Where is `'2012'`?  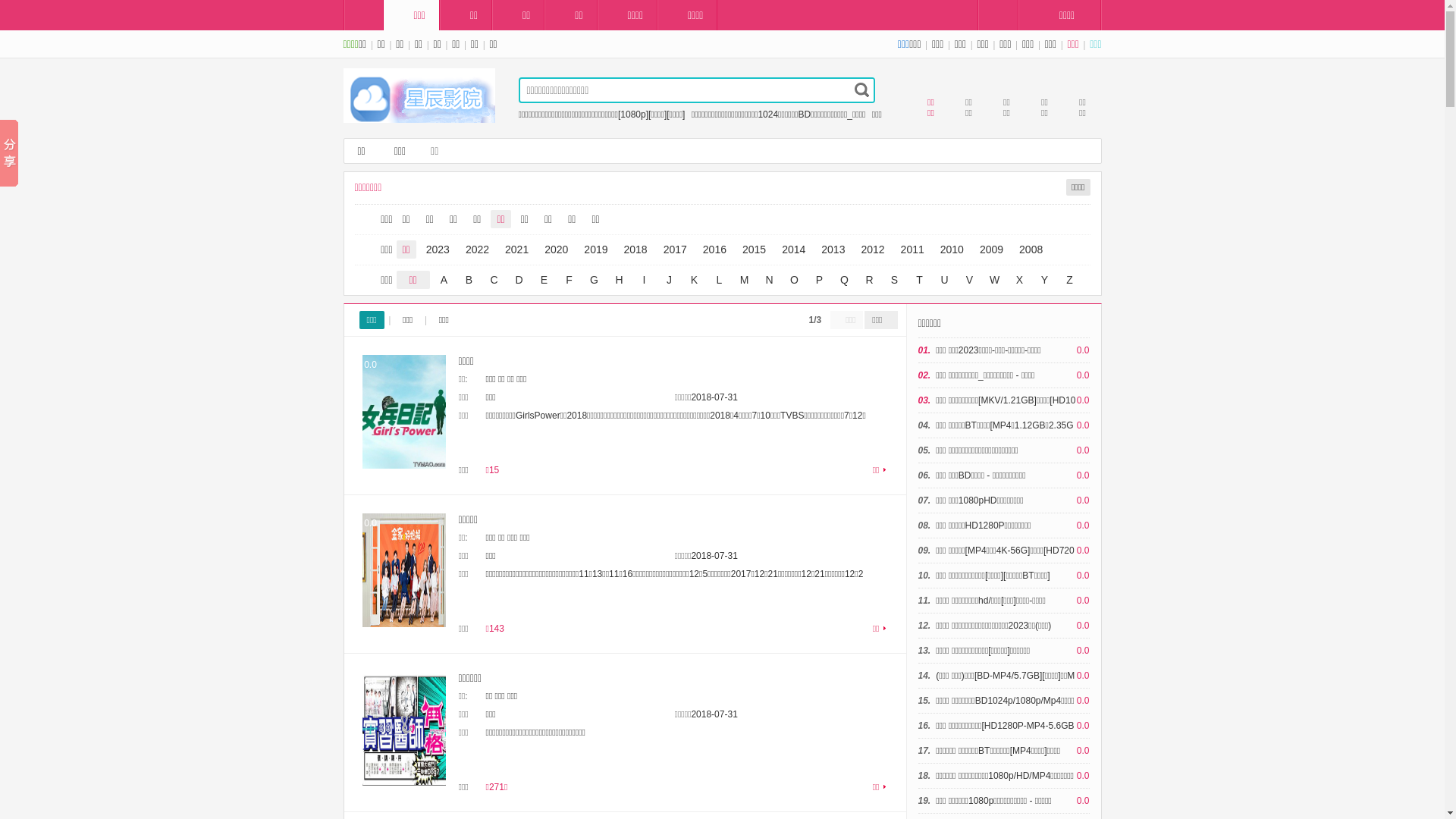 '2012' is located at coordinates (872, 248).